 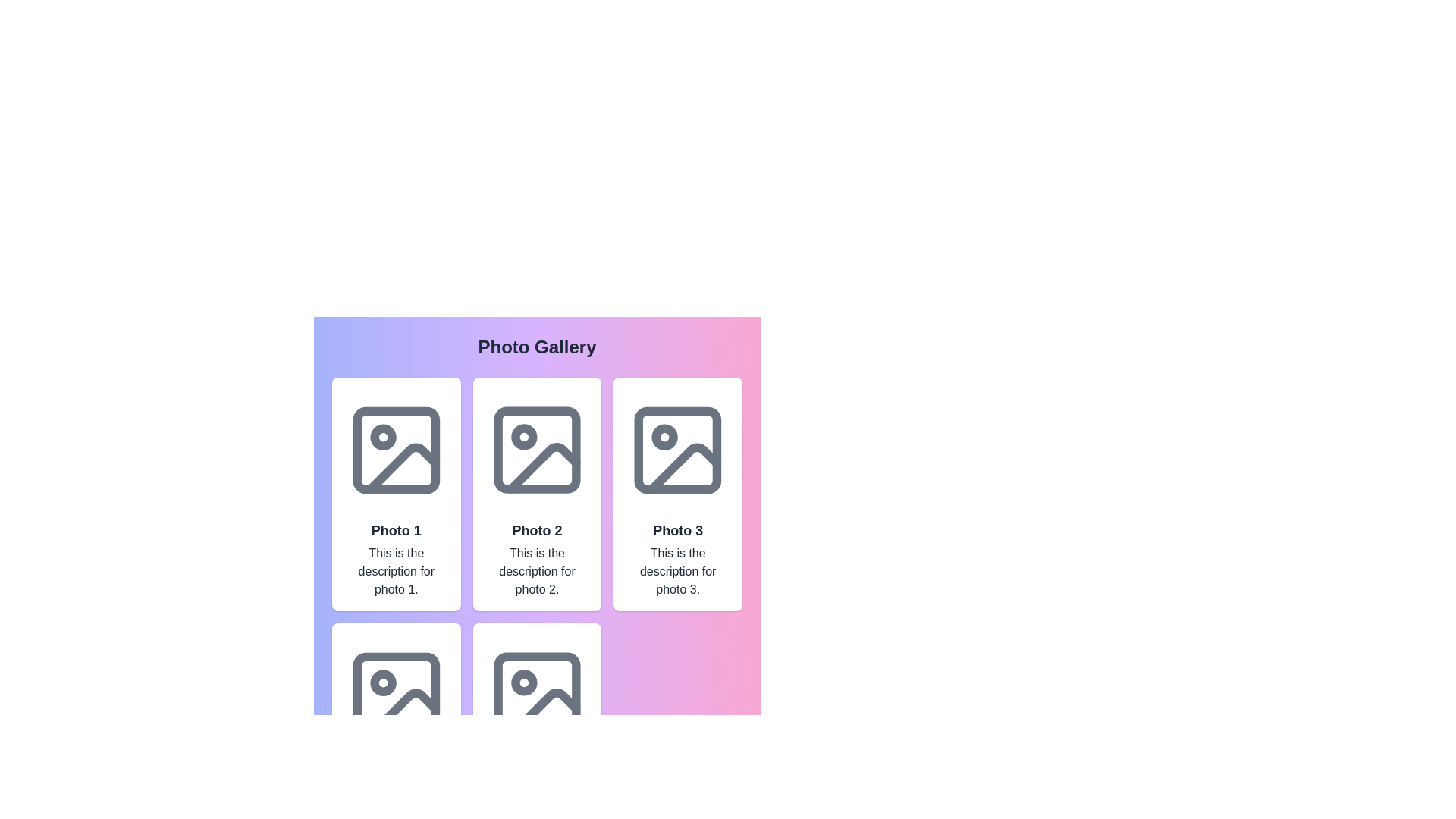 What do you see at coordinates (537, 450) in the screenshot?
I see `the icon representing an image associated with the card labeled 'Photo 2' located in the second column of the first row` at bounding box center [537, 450].